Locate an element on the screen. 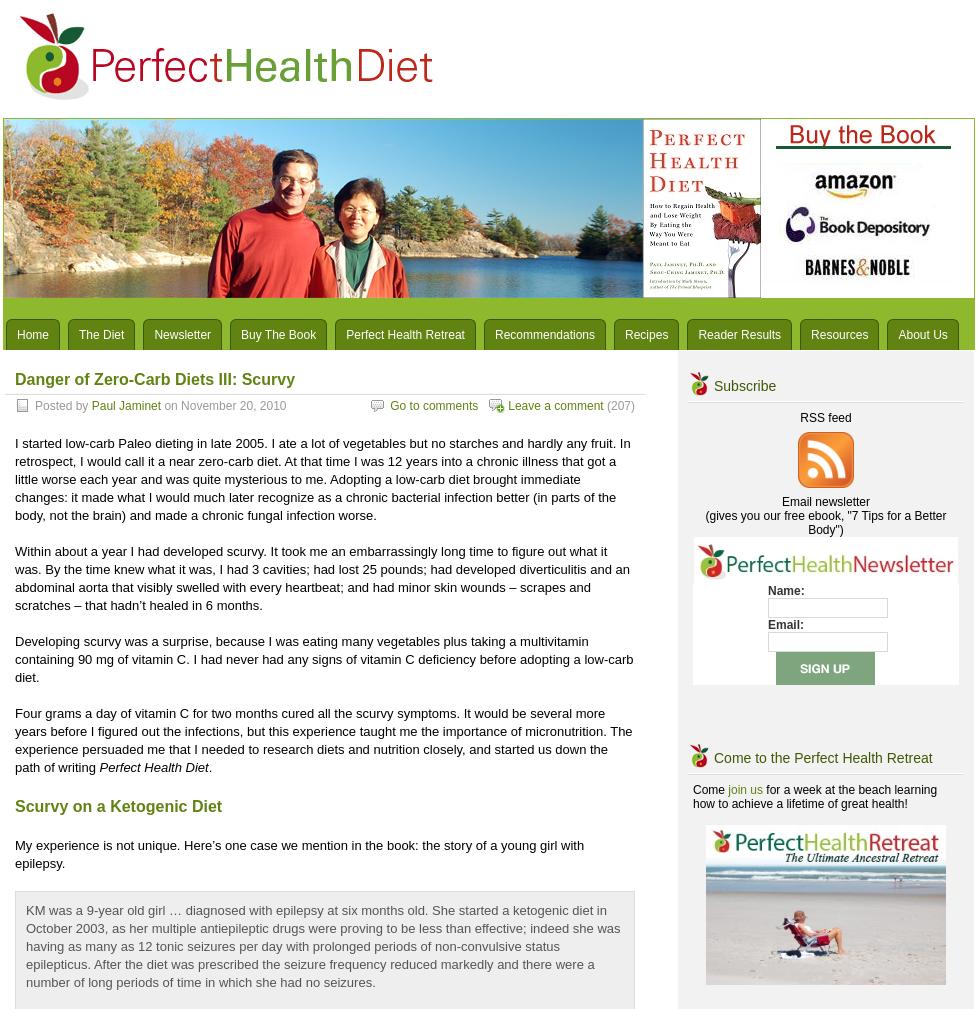 This screenshot has height=1009, width=980. 'Leave a comment' is located at coordinates (555, 405).